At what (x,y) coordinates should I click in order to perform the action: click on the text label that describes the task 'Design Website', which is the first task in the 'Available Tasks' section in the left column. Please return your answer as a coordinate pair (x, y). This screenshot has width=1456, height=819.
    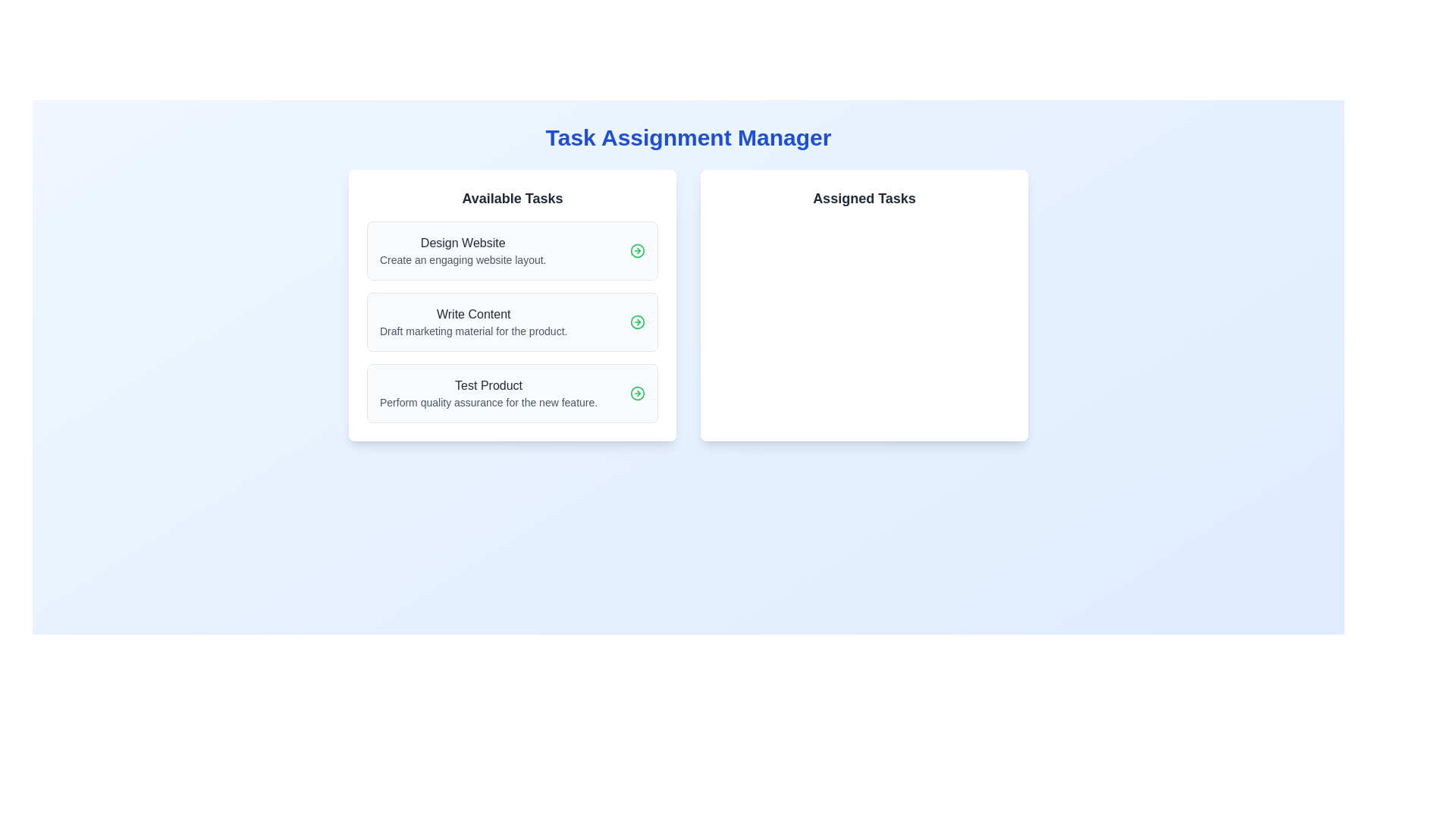
    Looking at the image, I should click on (462, 250).